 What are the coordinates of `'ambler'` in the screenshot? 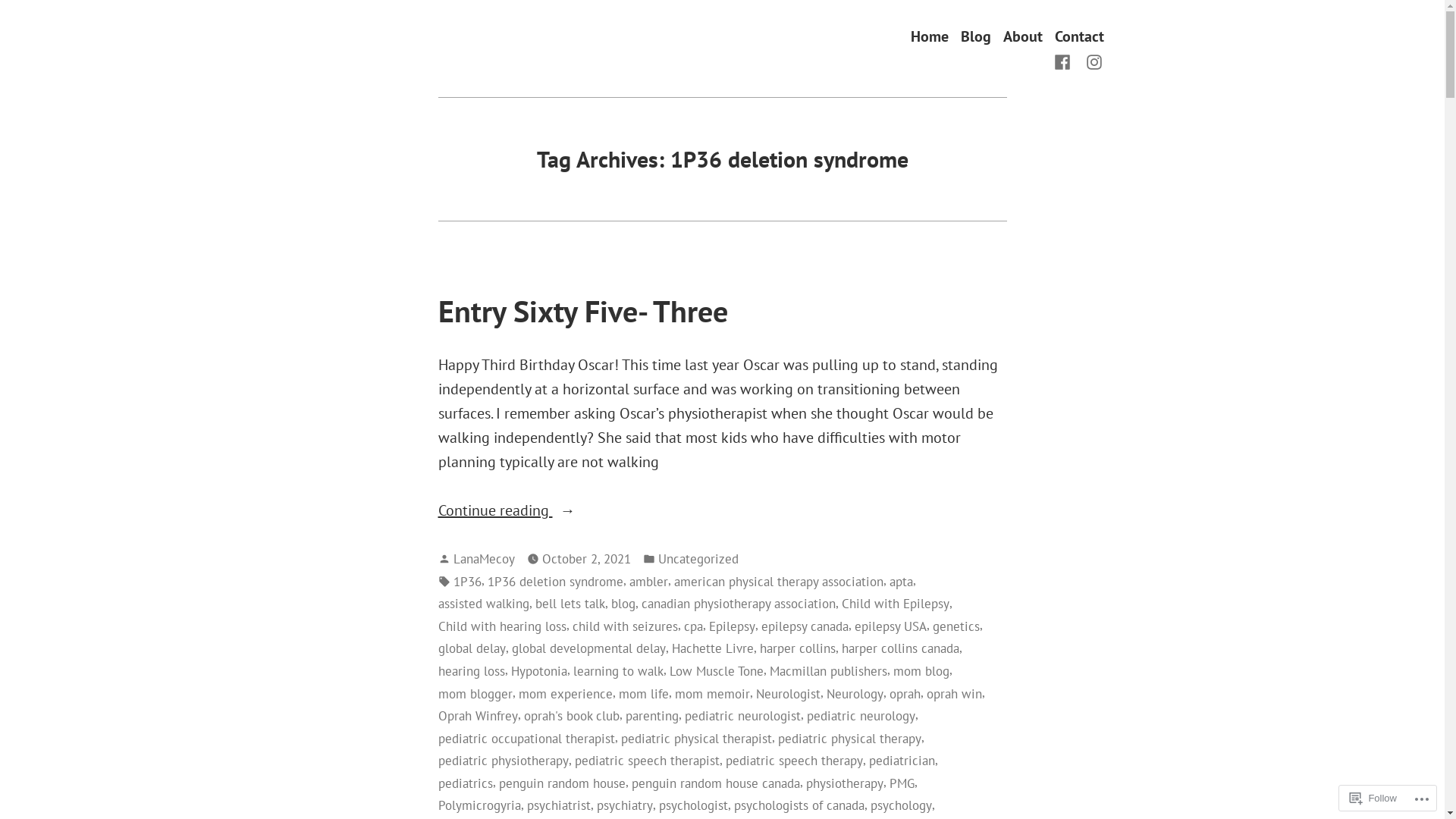 It's located at (648, 581).